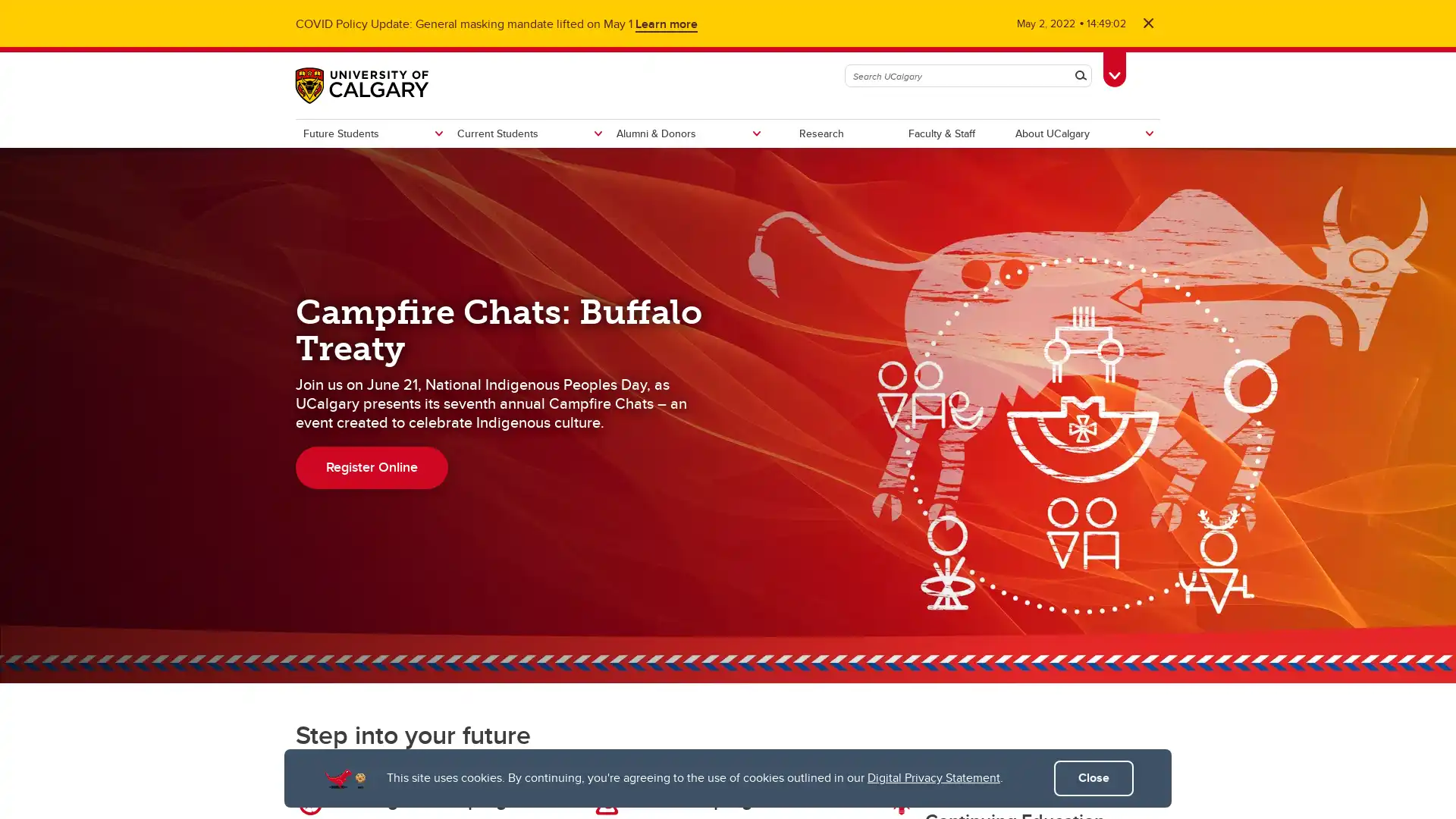  Describe the element at coordinates (1114, 66) in the screenshot. I see `Toggle Toolbox` at that location.